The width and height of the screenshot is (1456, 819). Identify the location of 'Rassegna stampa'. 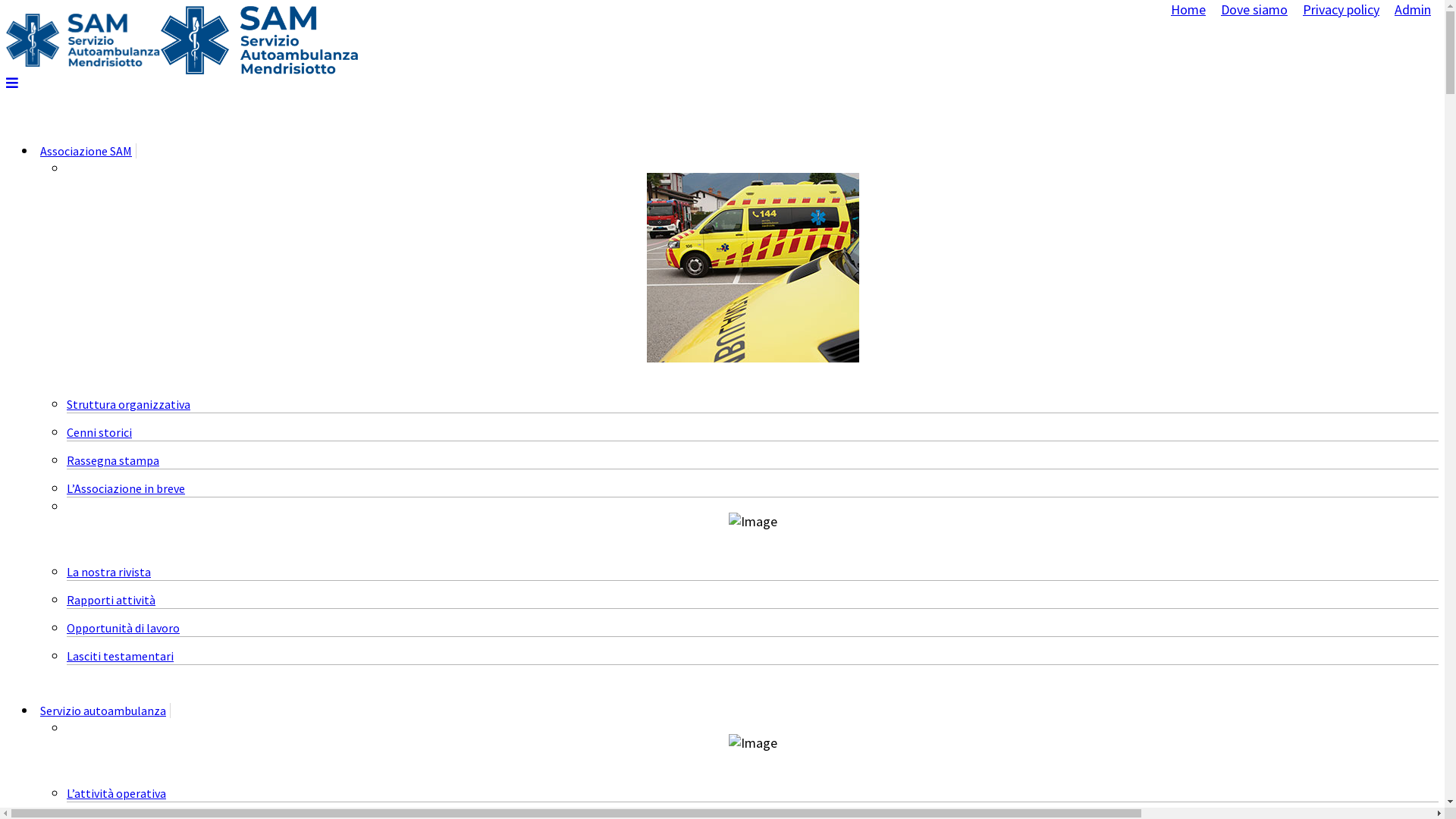
(65, 459).